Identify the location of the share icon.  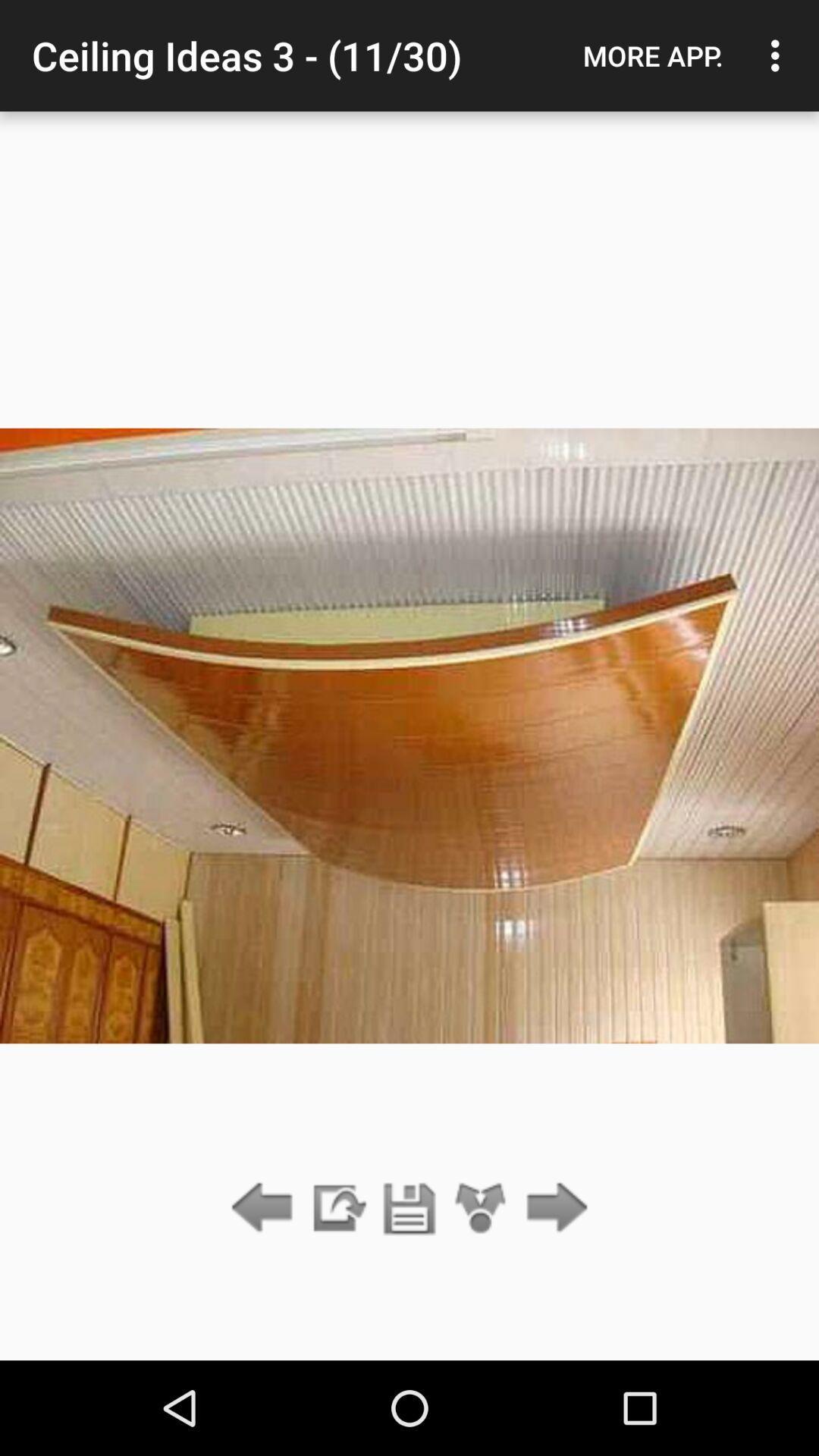
(481, 1208).